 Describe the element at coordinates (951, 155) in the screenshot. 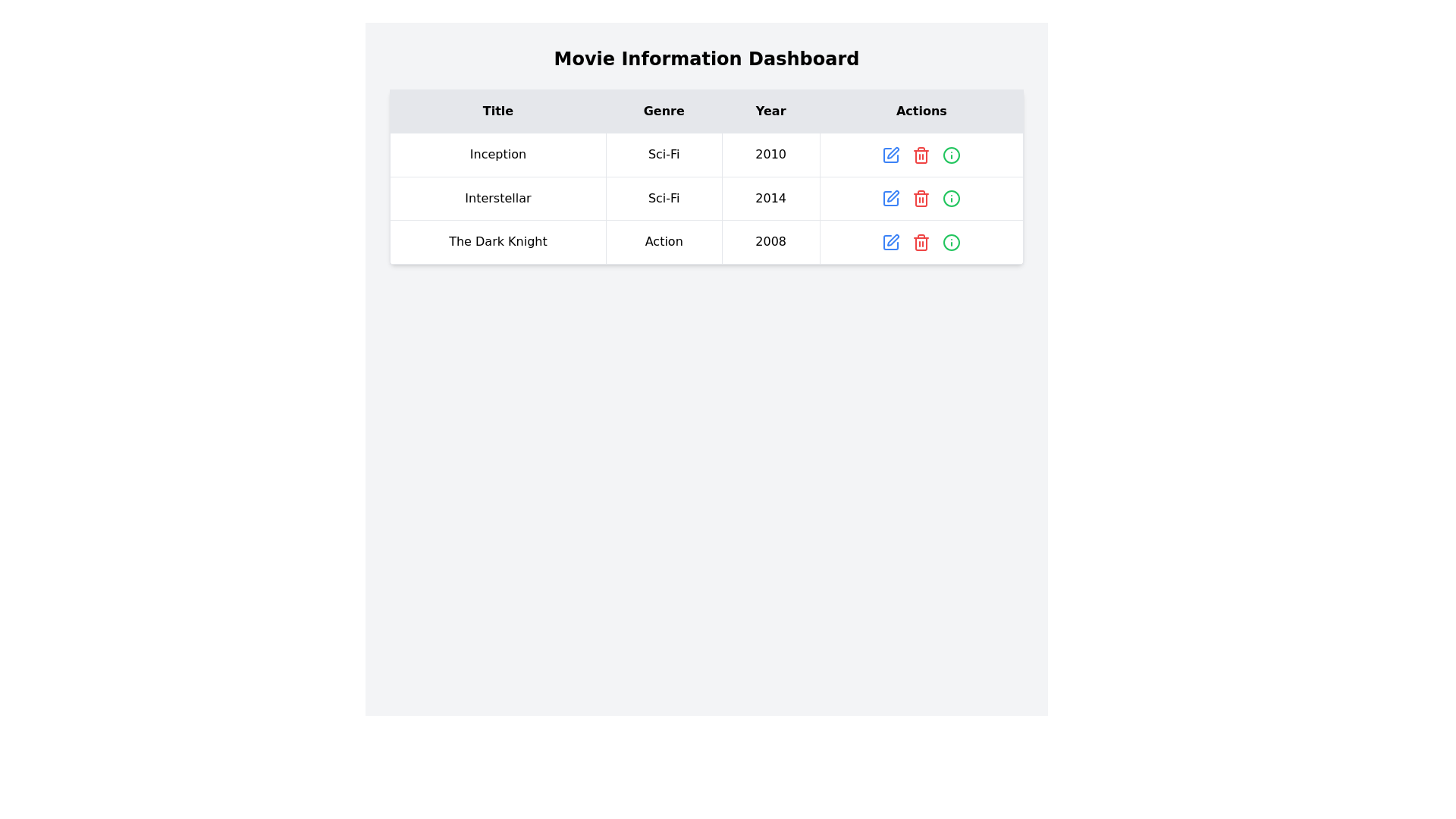

I see `the third circular icon with an outline in the 'Actions' column of the last row in the table` at that location.